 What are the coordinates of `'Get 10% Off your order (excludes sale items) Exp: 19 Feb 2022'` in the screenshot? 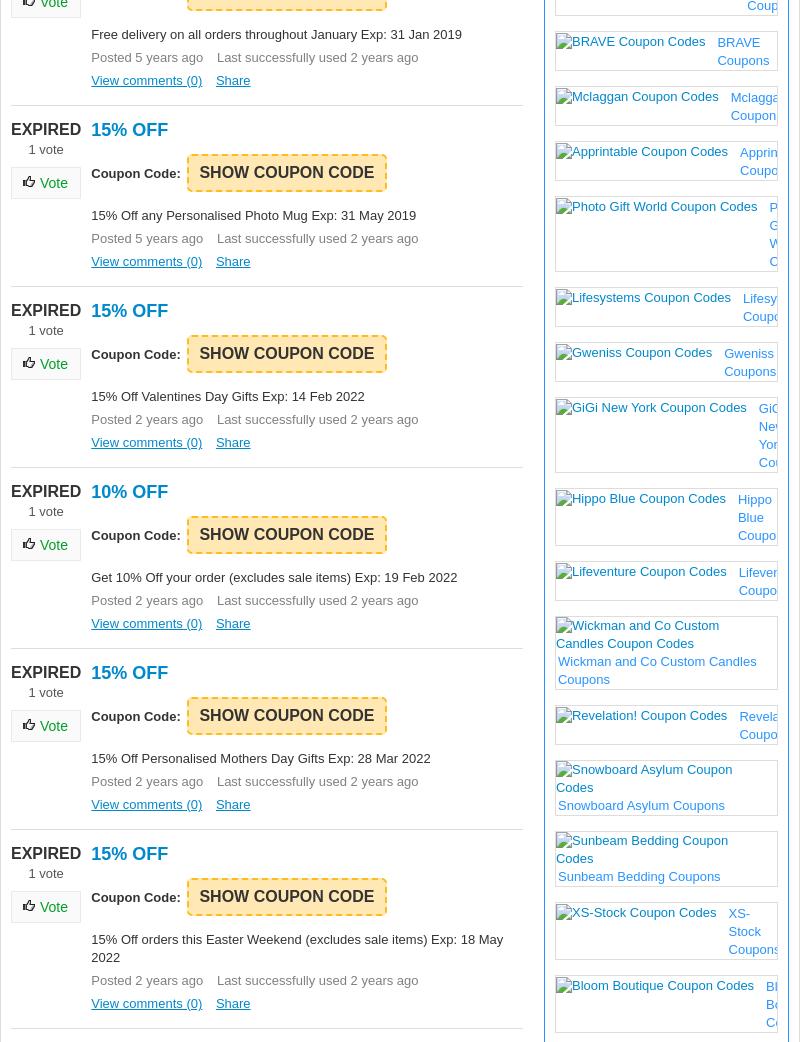 It's located at (91, 576).